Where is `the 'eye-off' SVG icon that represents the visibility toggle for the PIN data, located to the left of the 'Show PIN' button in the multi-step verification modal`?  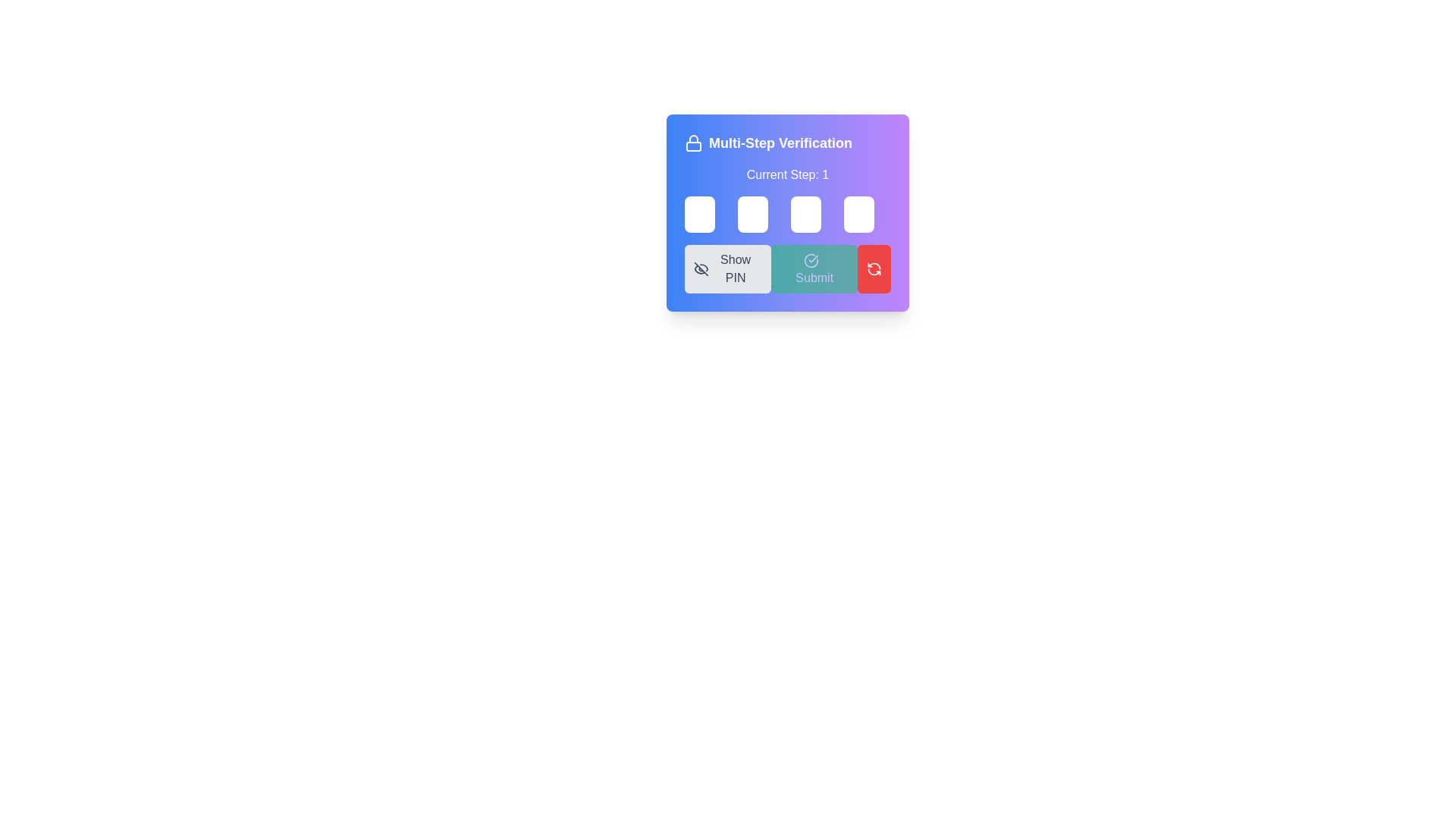 the 'eye-off' SVG icon that represents the visibility toggle for the PIN data, located to the left of the 'Show PIN' button in the multi-step verification modal is located at coordinates (700, 268).